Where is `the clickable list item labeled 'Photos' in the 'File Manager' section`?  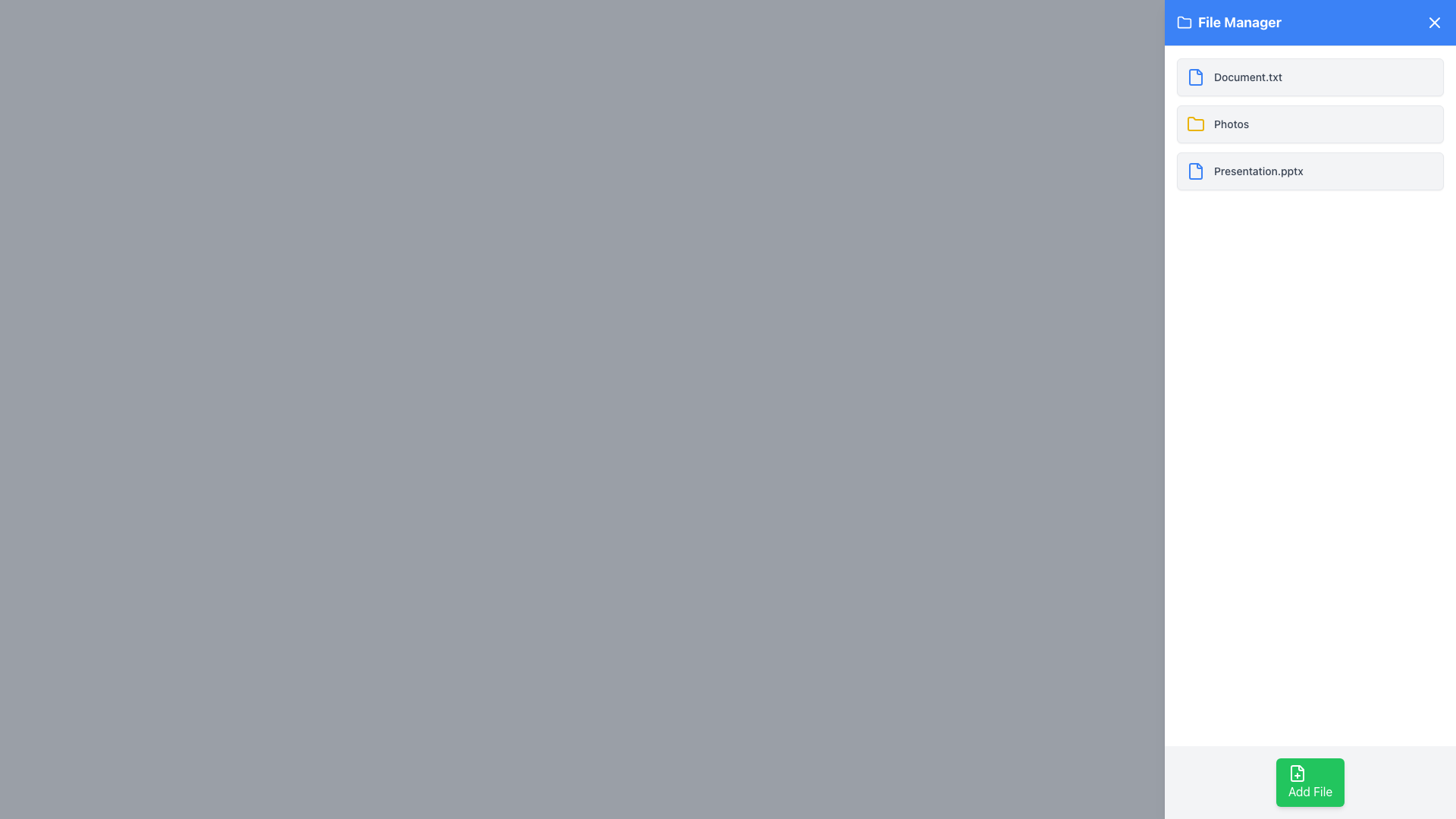
the clickable list item labeled 'Photos' in the 'File Manager' section is located at coordinates (1310, 124).